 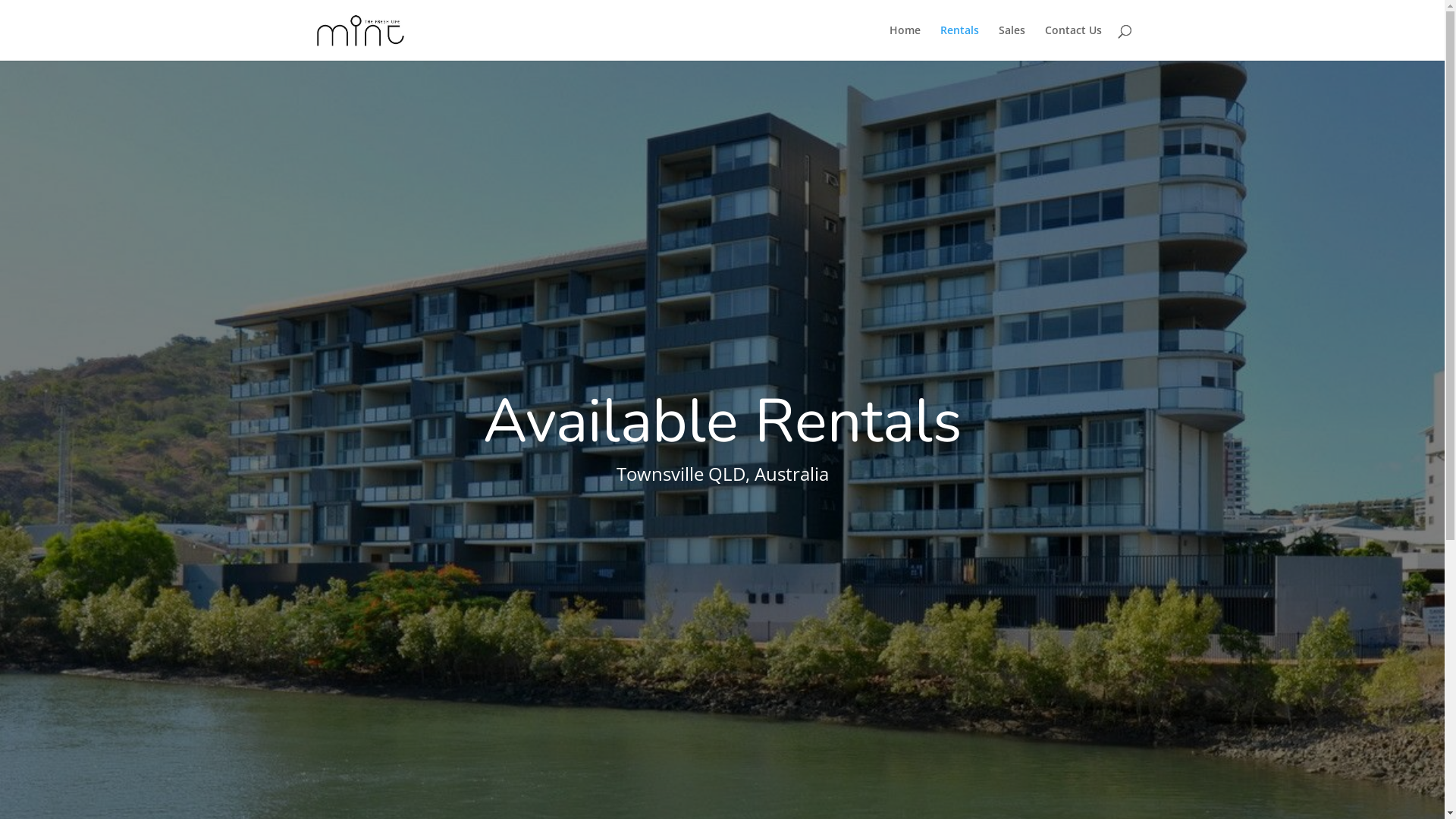 What do you see at coordinates (1011, 42) in the screenshot?
I see `'Sales'` at bounding box center [1011, 42].